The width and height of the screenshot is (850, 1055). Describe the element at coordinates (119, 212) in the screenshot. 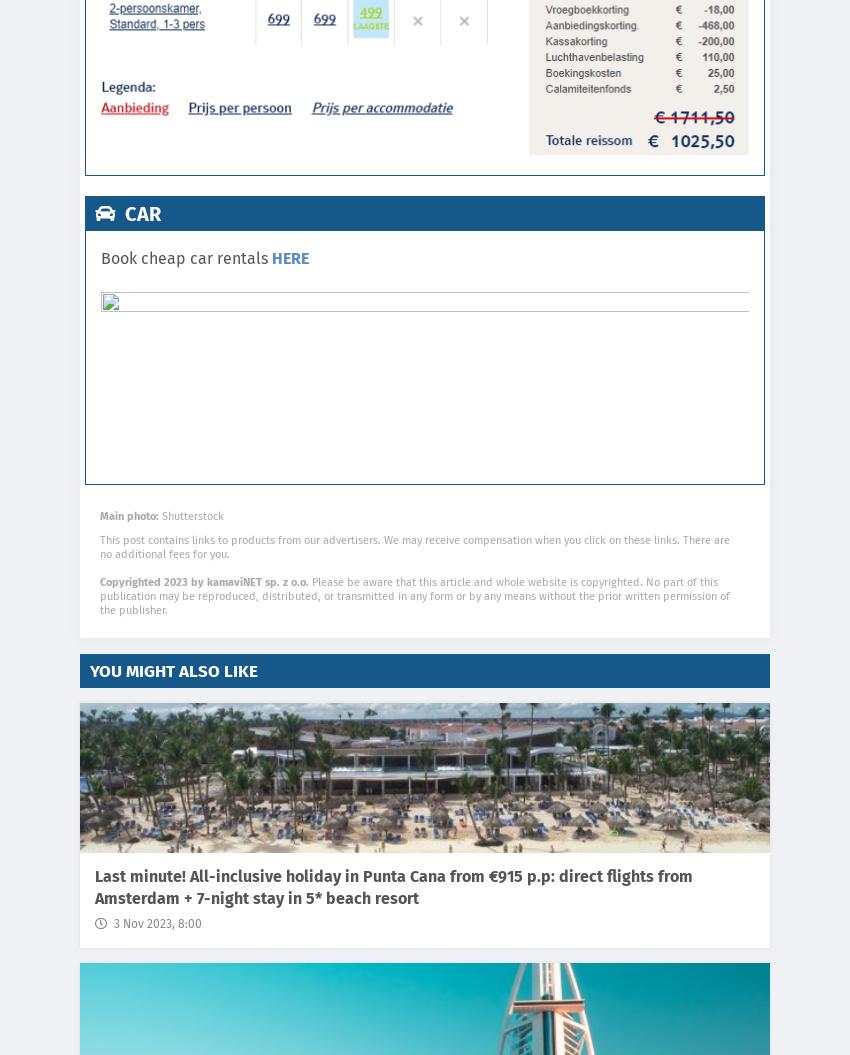

I see `'Car'` at that location.